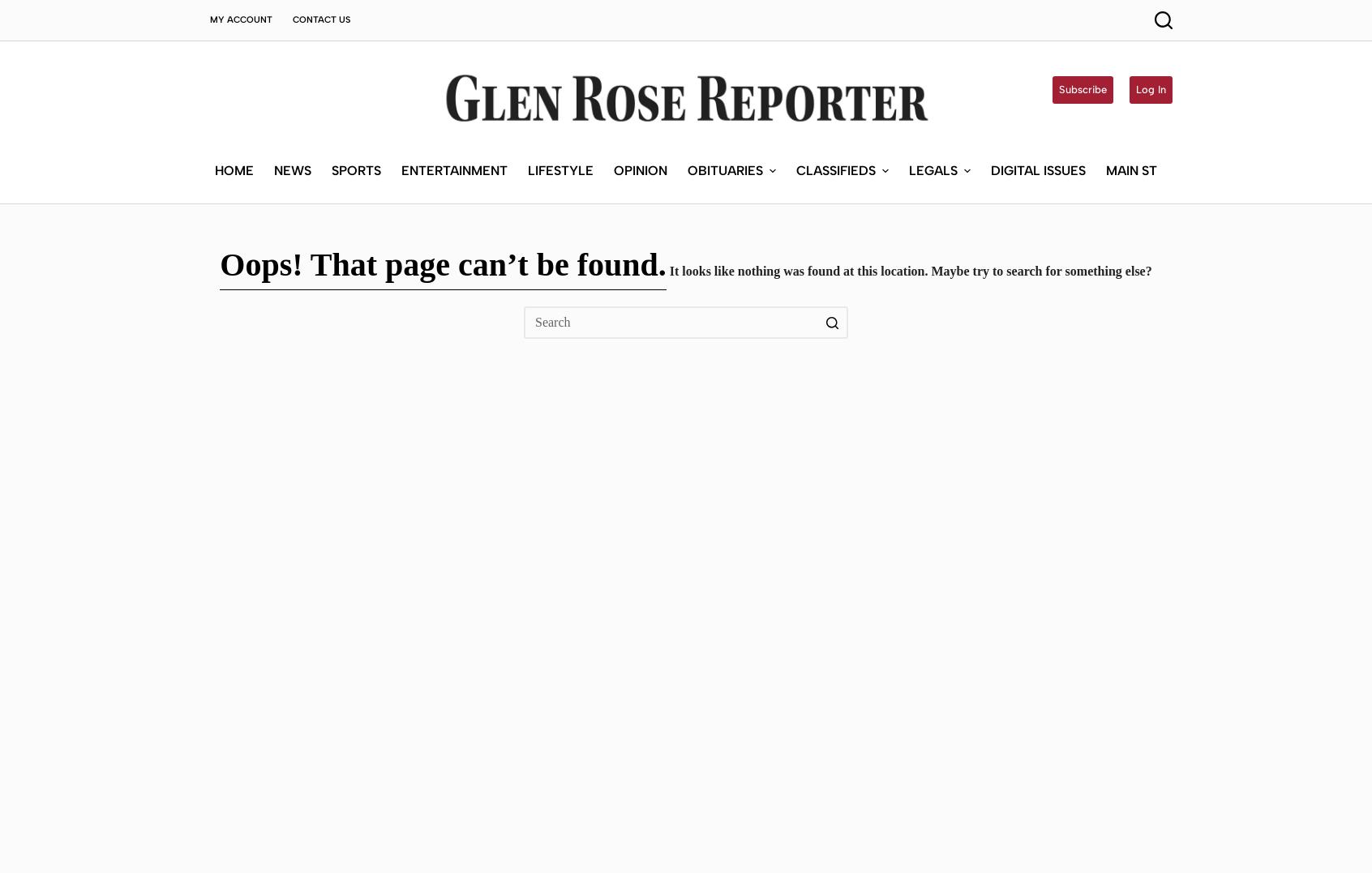 The height and width of the screenshot is (873, 1372). Describe the element at coordinates (741, 113) in the screenshot. I see `'Submit an Obituary'` at that location.